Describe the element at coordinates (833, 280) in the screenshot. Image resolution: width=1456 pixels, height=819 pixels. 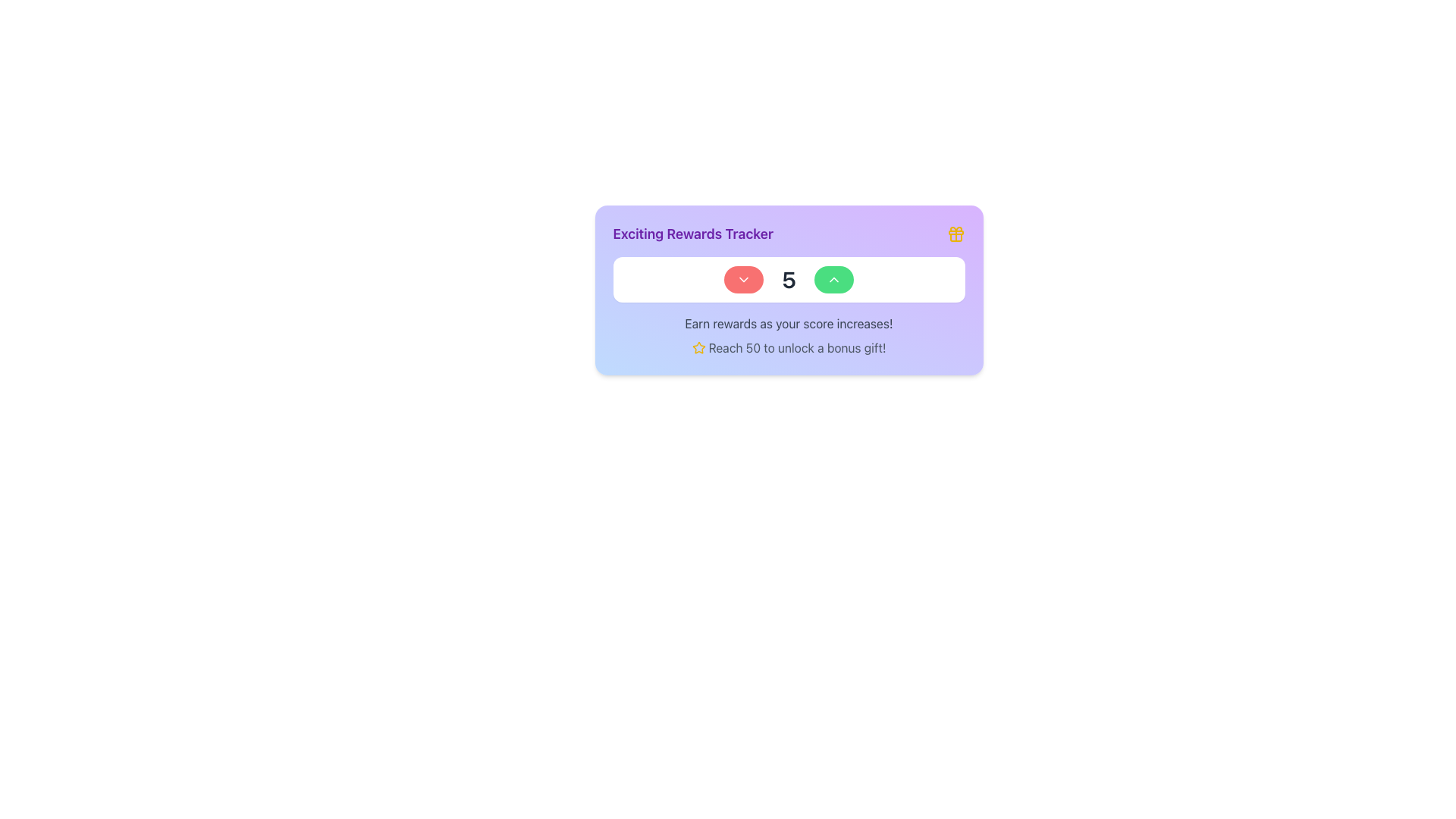
I see `the icon button located inside a green rounded rectangle to the right of the numeric value '5' in the rewards tracker interface to increment the value` at that location.